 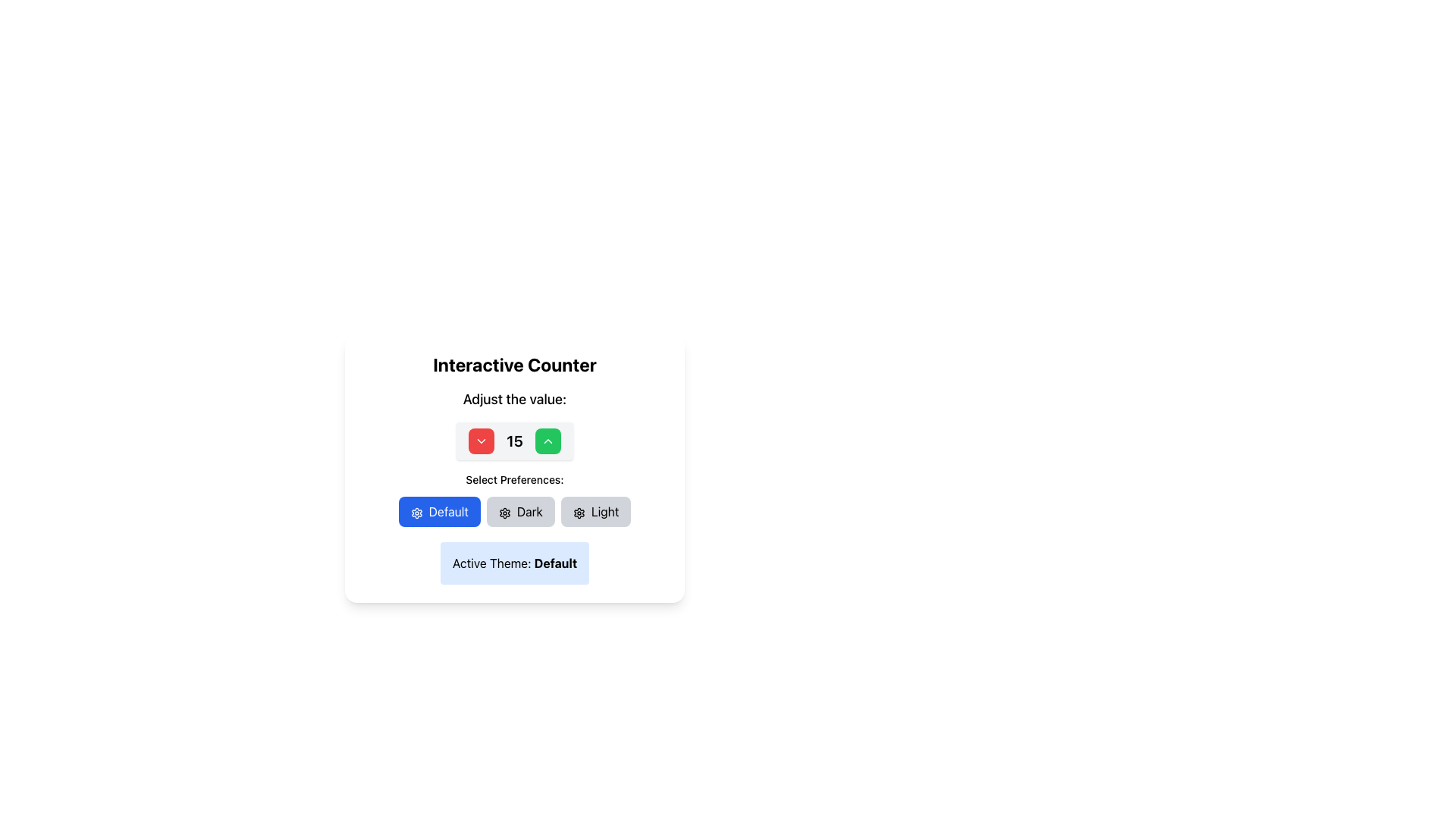 What do you see at coordinates (416, 512) in the screenshot?
I see `the graphical gear icon representing settings, which is located under the 'Select Preferences' section and positioned between the 'Default' and 'Dark' buttons` at bounding box center [416, 512].